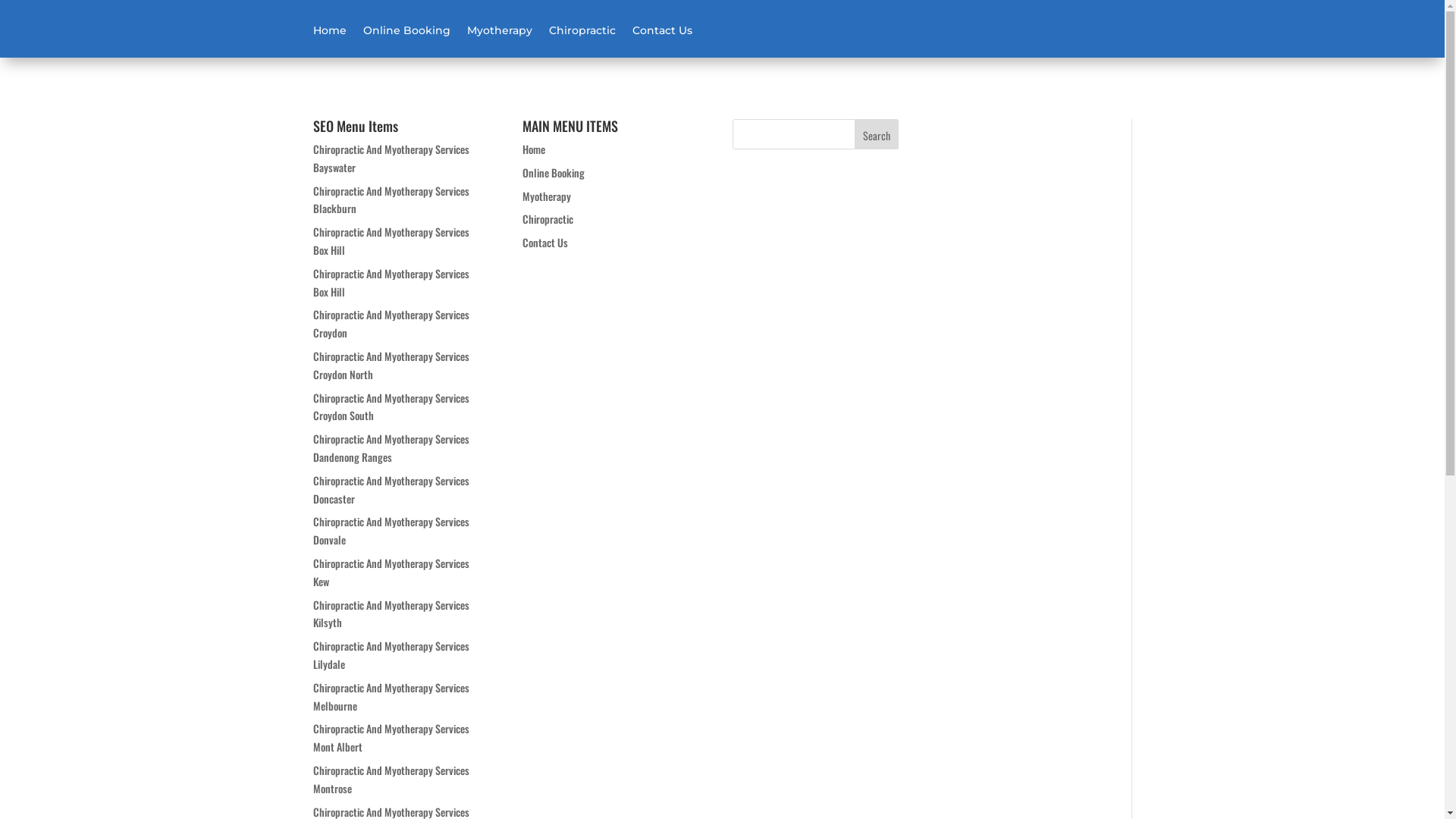 The height and width of the screenshot is (819, 1456). I want to click on 'Chiropractic And Myotherapy Services Blackburn', so click(312, 199).